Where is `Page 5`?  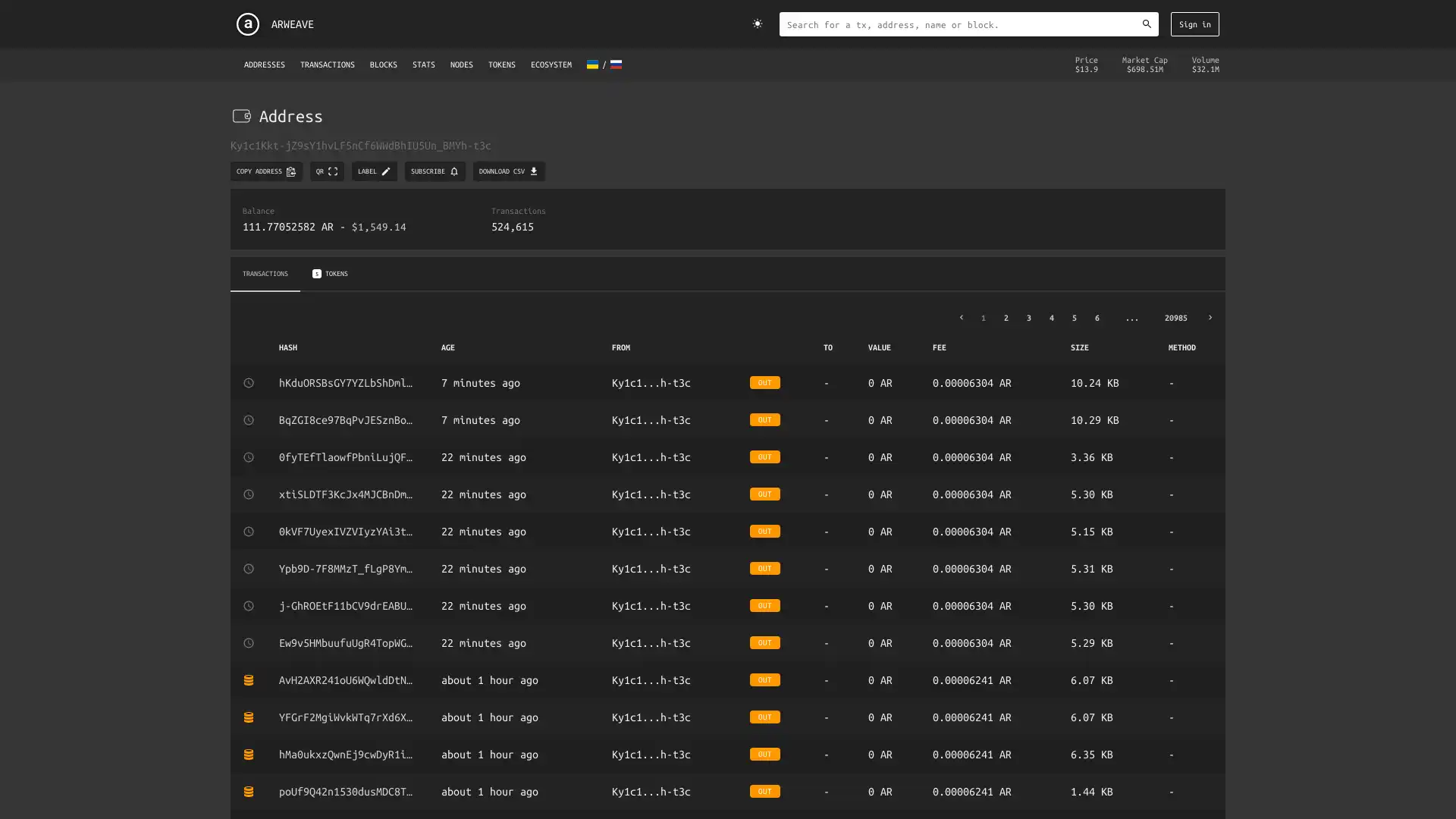
Page 5 is located at coordinates (1073, 315).